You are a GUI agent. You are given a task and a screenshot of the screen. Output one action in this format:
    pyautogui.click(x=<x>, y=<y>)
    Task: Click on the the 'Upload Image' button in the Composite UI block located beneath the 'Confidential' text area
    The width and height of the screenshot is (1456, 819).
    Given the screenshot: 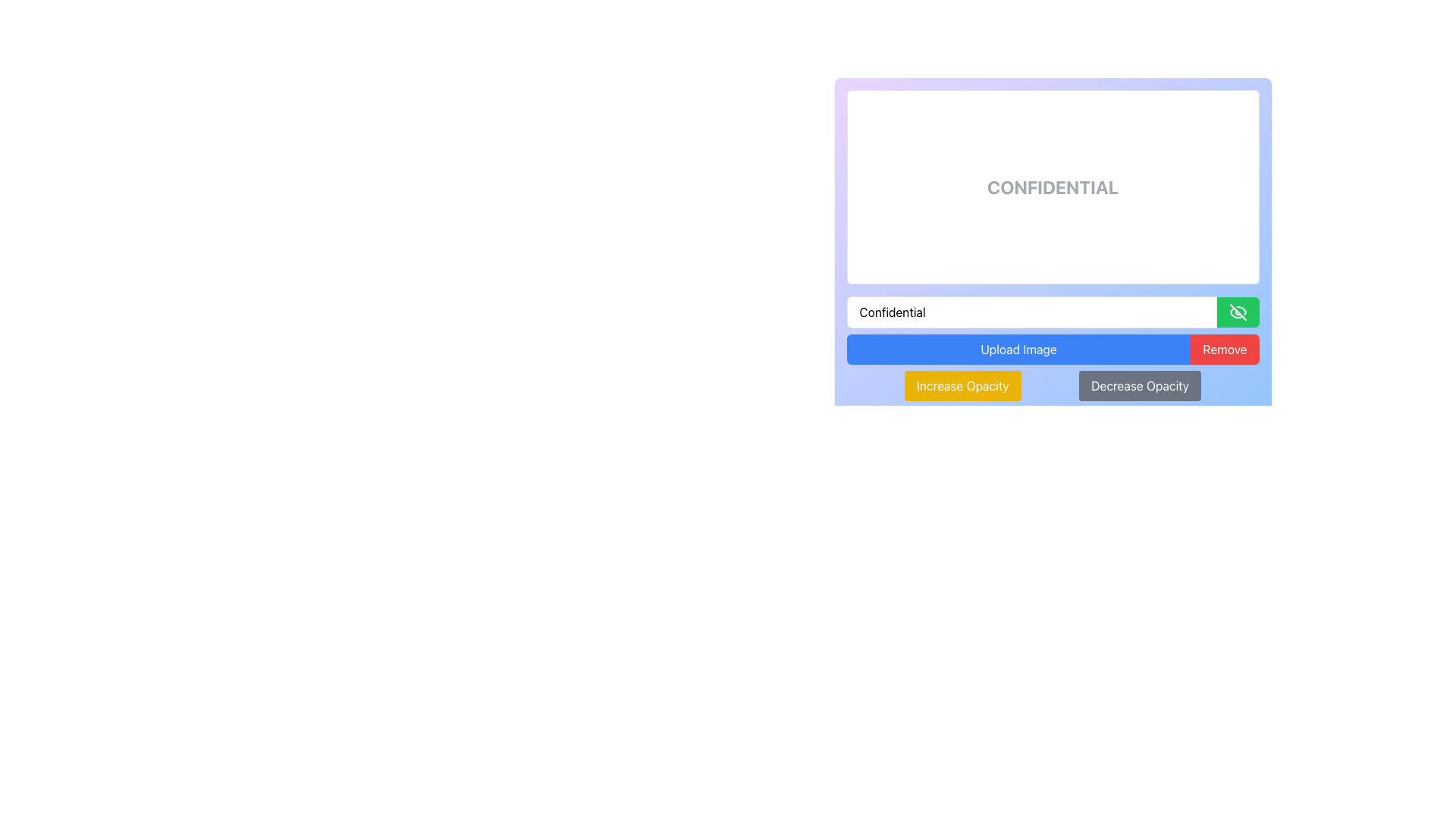 What is the action you would take?
    pyautogui.click(x=1052, y=348)
    